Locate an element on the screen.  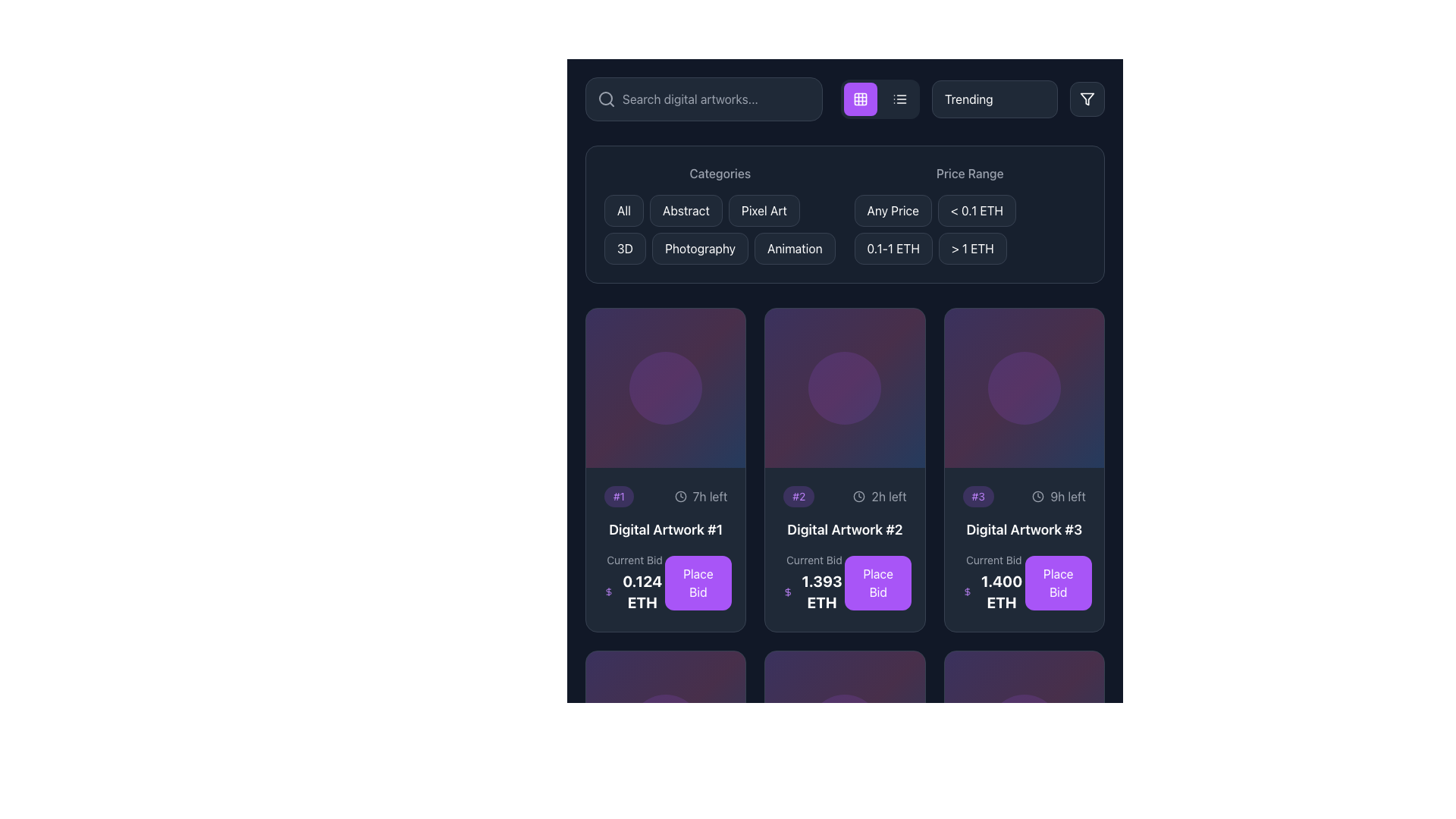
the decorative circle with a purple hue and semi-transparent appearance, located in the first card of the second row in the grid is located at coordinates (666, 388).